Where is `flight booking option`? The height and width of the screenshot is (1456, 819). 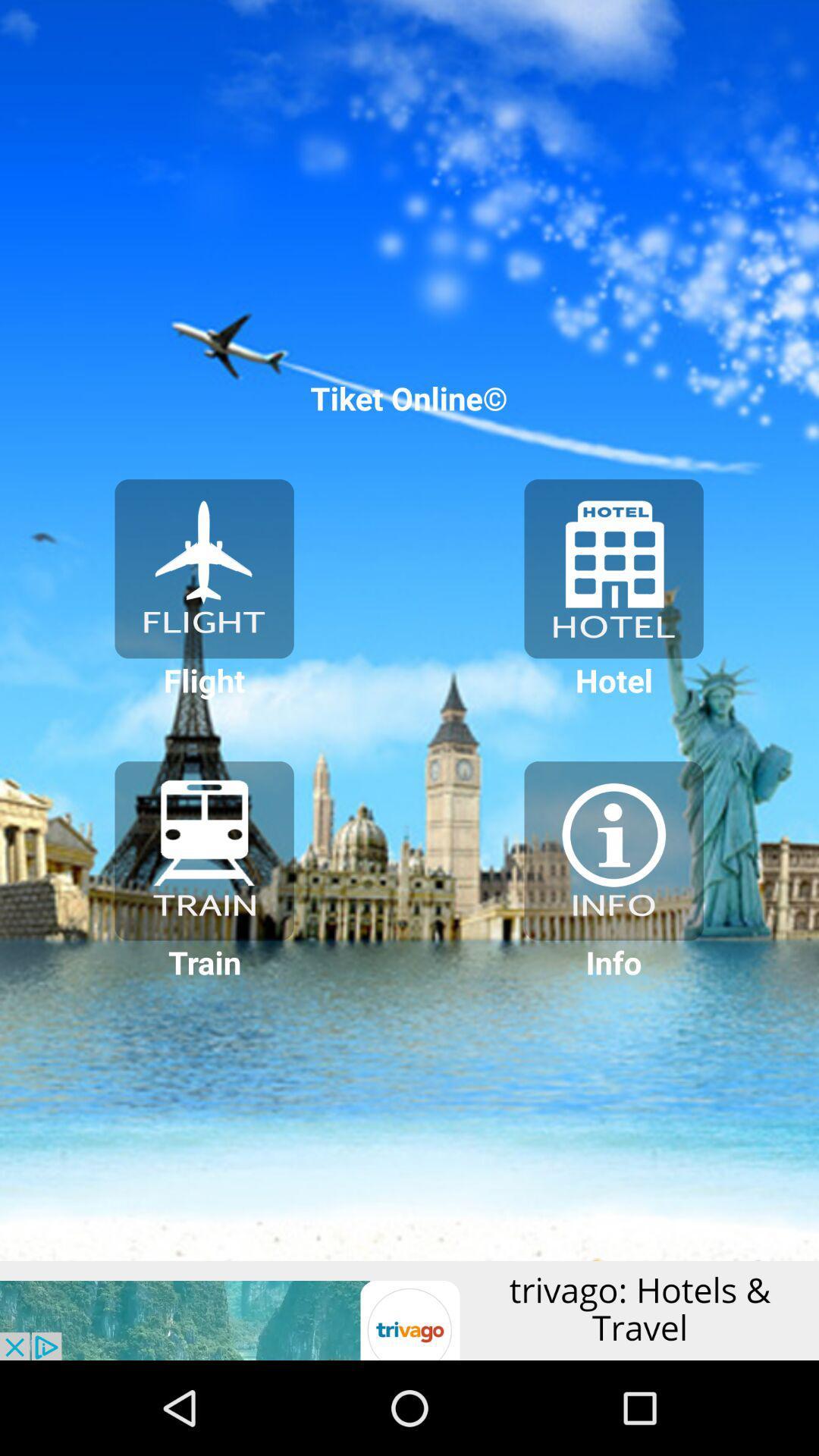 flight booking option is located at coordinates (203, 568).